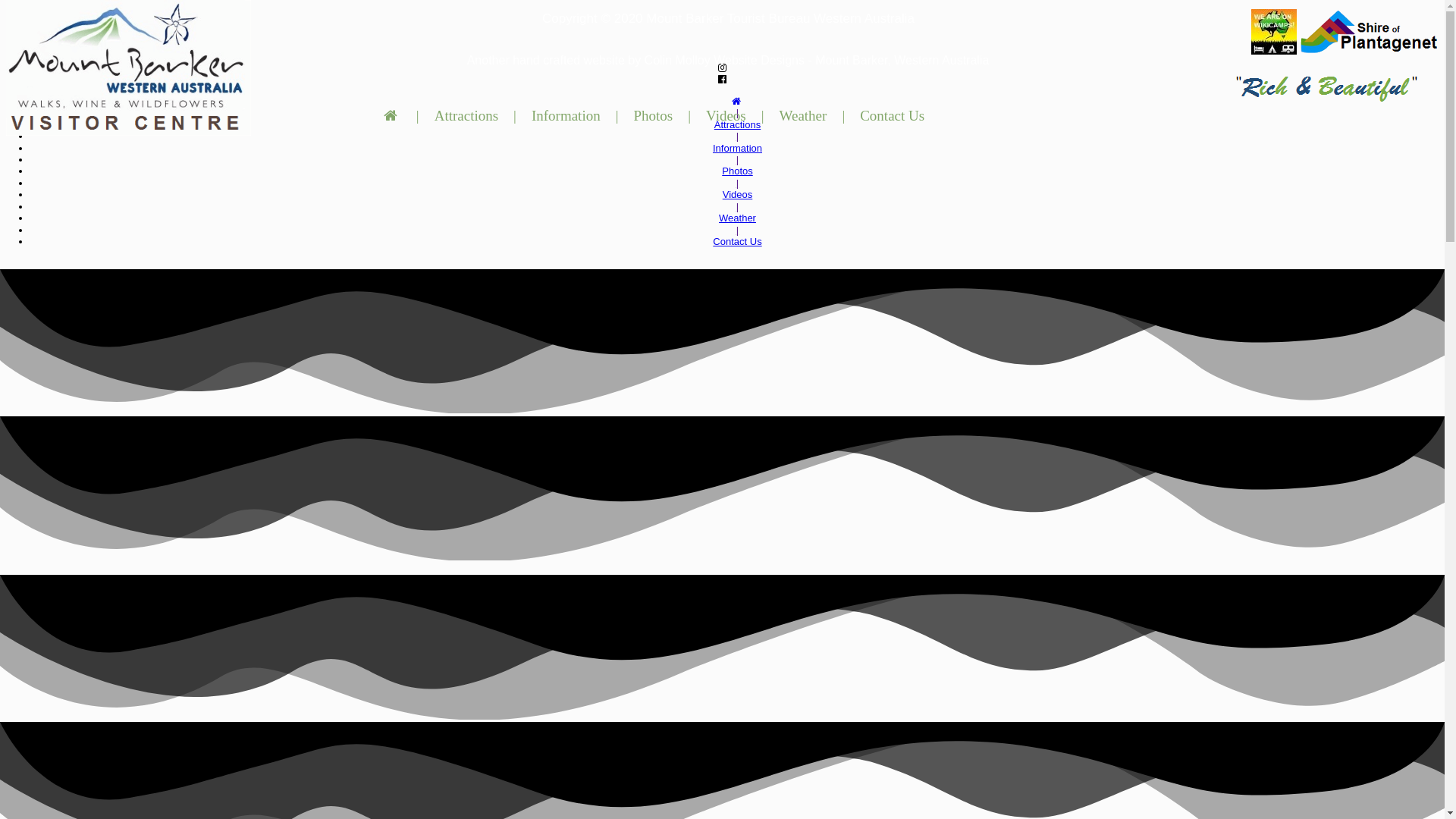 Image resolution: width=1456 pixels, height=819 pixels. I want to click on 'Contact Us', so click(736, 240).